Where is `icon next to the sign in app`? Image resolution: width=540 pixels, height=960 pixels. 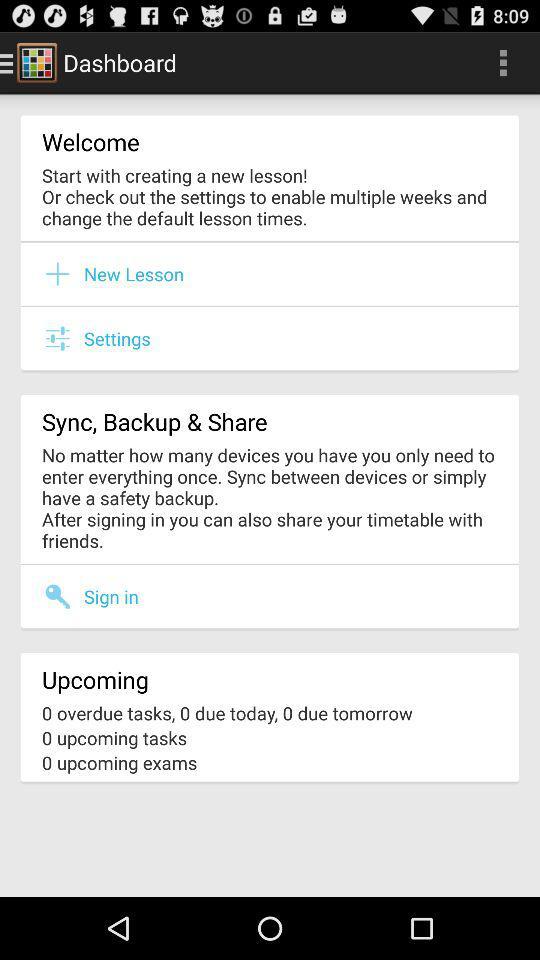 icon next to the sign in app is located at coordinates (63, 596).